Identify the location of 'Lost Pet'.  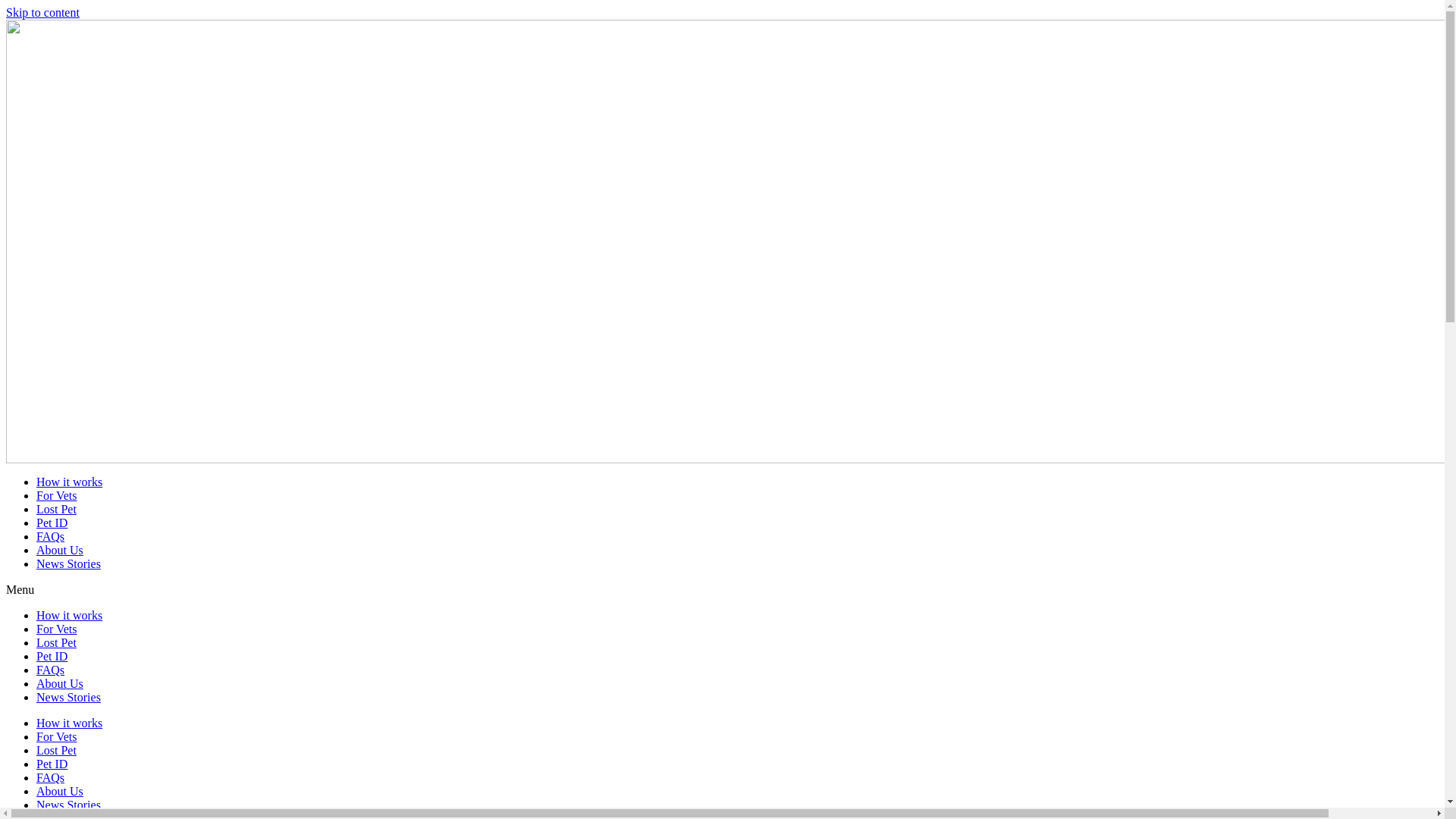
(56, 509).